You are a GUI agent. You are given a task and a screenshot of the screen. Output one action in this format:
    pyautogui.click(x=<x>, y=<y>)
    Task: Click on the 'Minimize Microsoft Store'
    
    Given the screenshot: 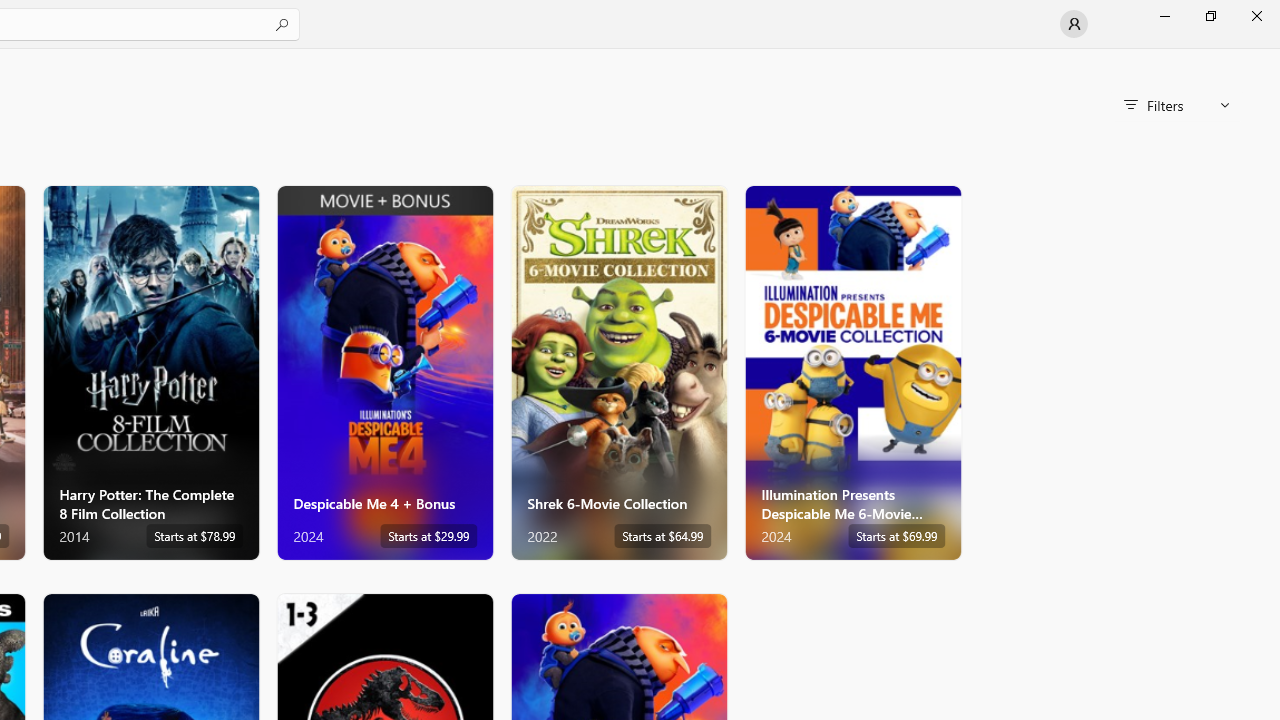 What is the action you would take?
    pyautogui.click(x=1164, y=15)
    